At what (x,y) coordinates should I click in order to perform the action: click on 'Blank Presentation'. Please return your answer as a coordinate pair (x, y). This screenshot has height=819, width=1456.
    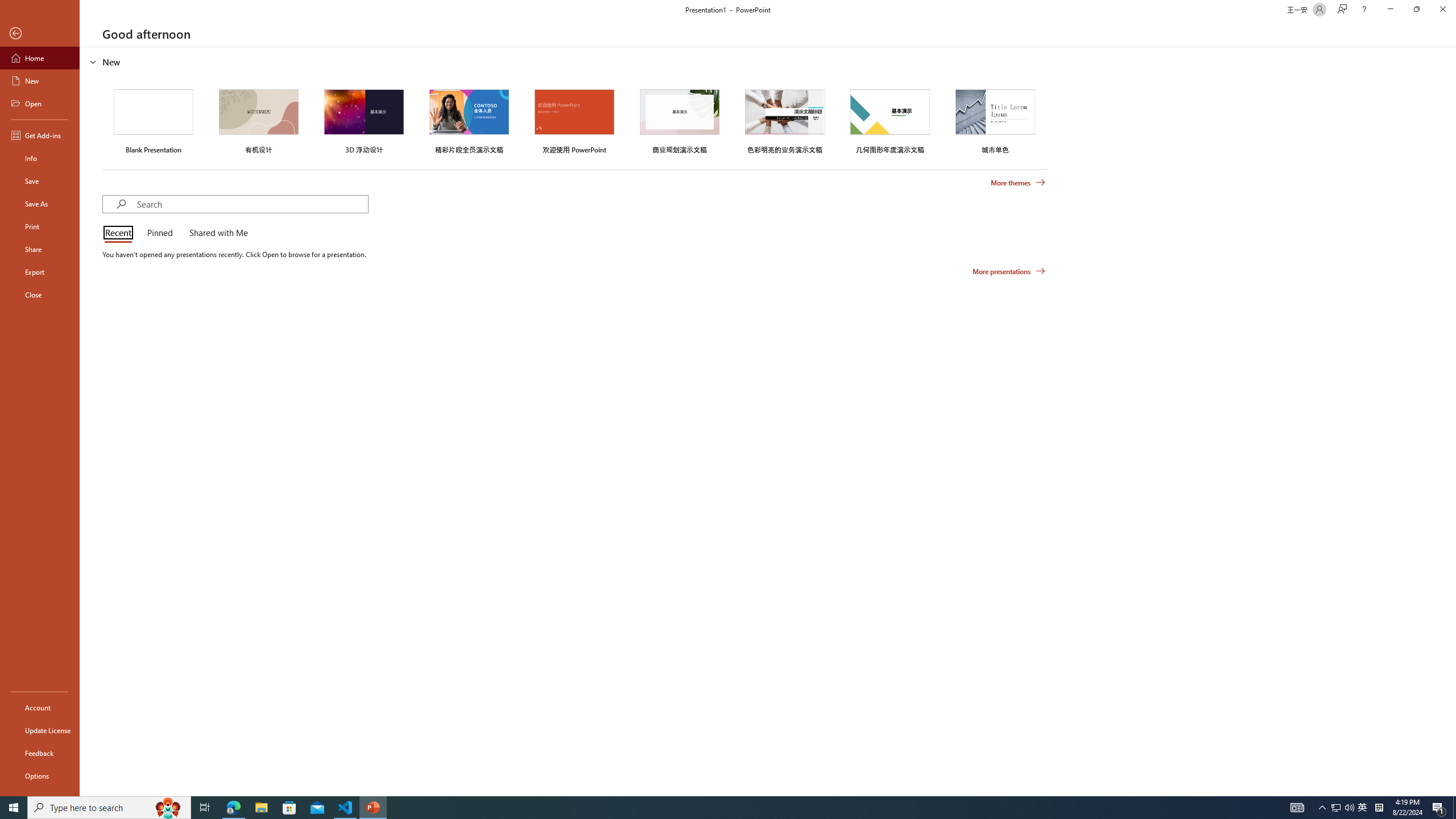
    Looking at the image, I should click on (153, 119).